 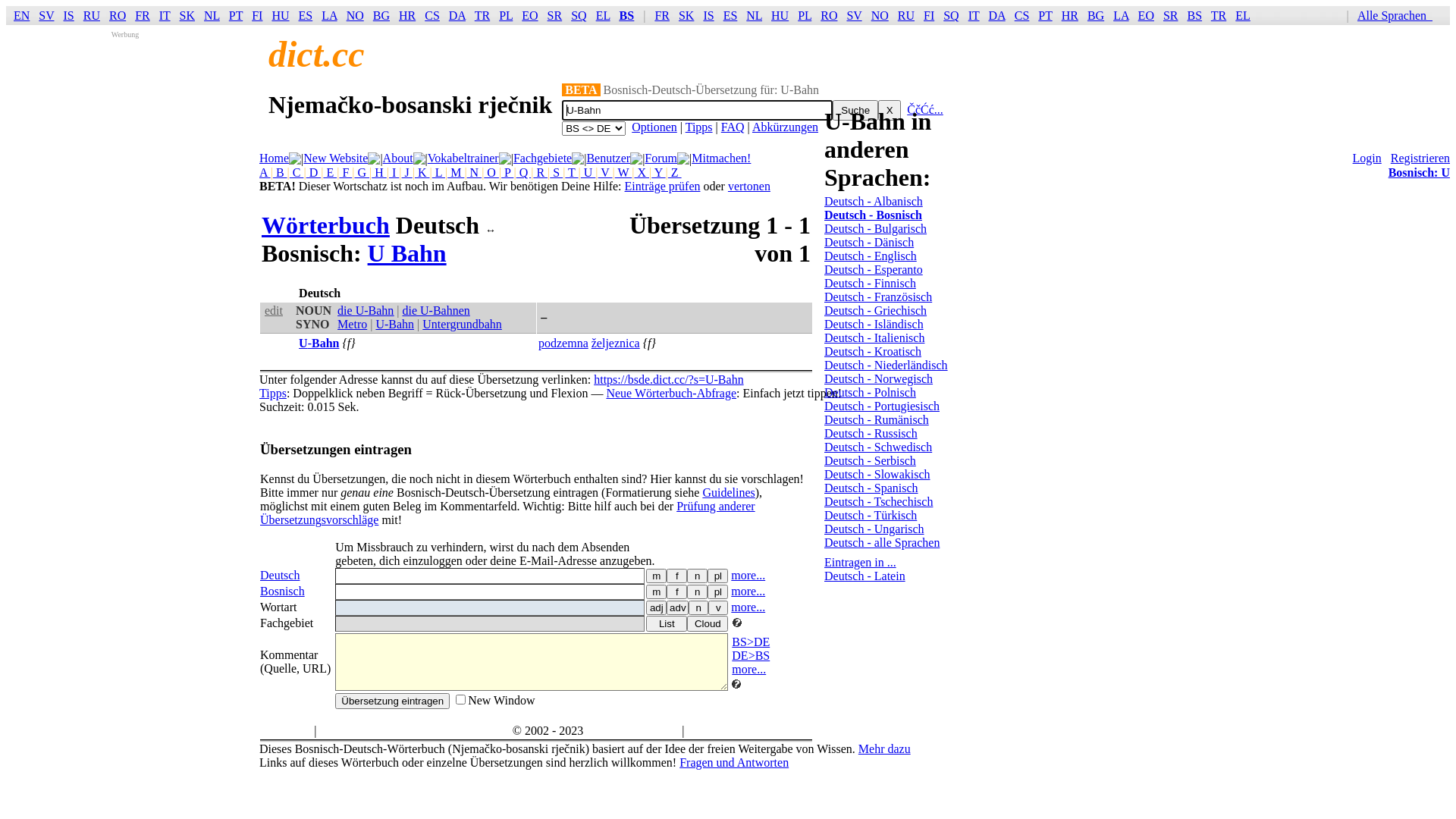 What do you see at coordinates (529, 15) in the screenshot?
I see `'EO'` at bounding box center [529, 15].